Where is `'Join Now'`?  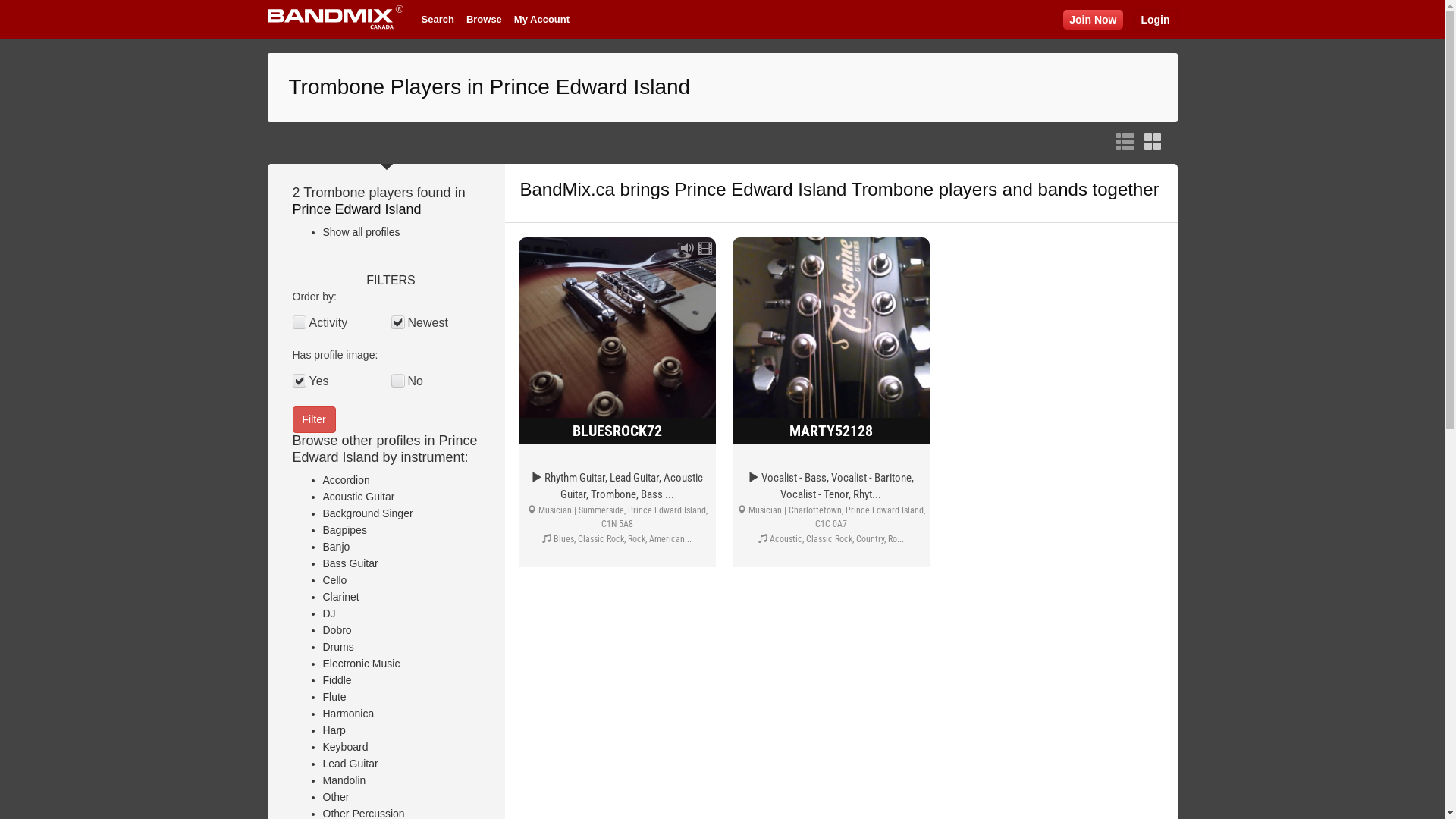
'Join Now' is located at coordinates (1062, 20).